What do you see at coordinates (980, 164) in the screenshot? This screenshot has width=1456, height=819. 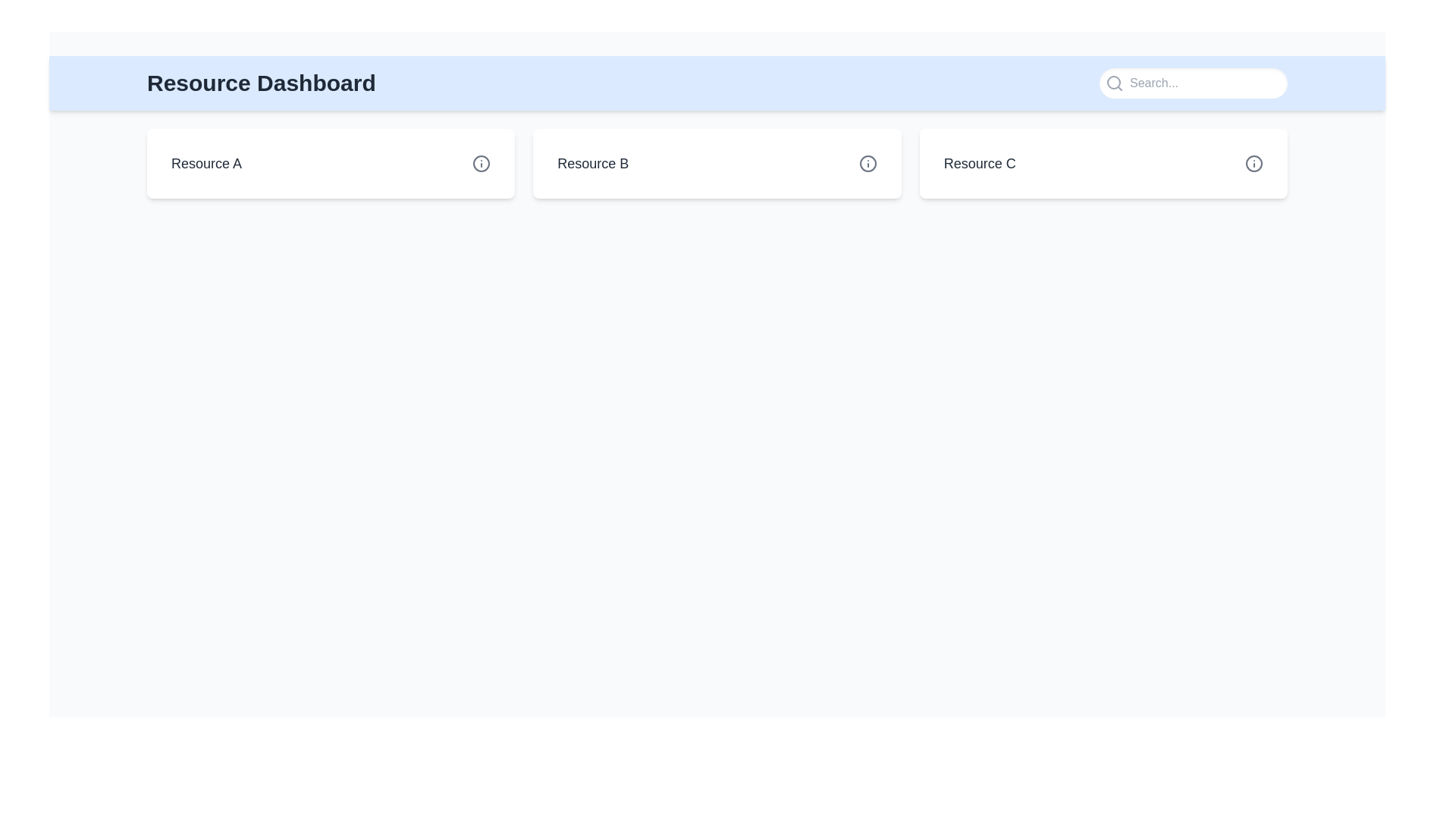 I see `text content of the Text Label displaying 'Resource C', located near the top-right corner of the interface within its card element` at bounding box center [980, 164].